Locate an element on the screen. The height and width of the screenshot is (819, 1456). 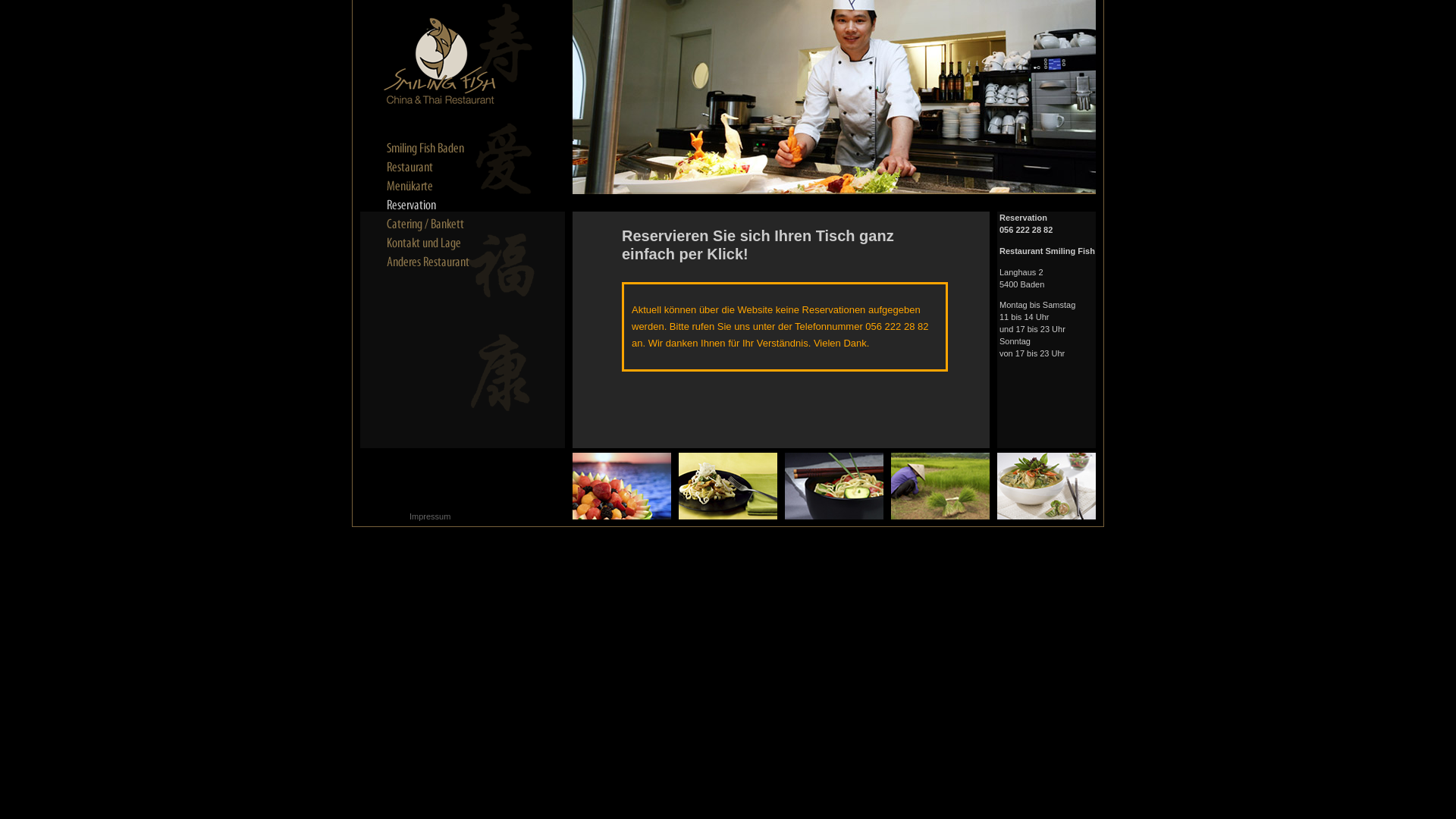
'Smiling Fish Baden' is located at coordinates (439, 149).